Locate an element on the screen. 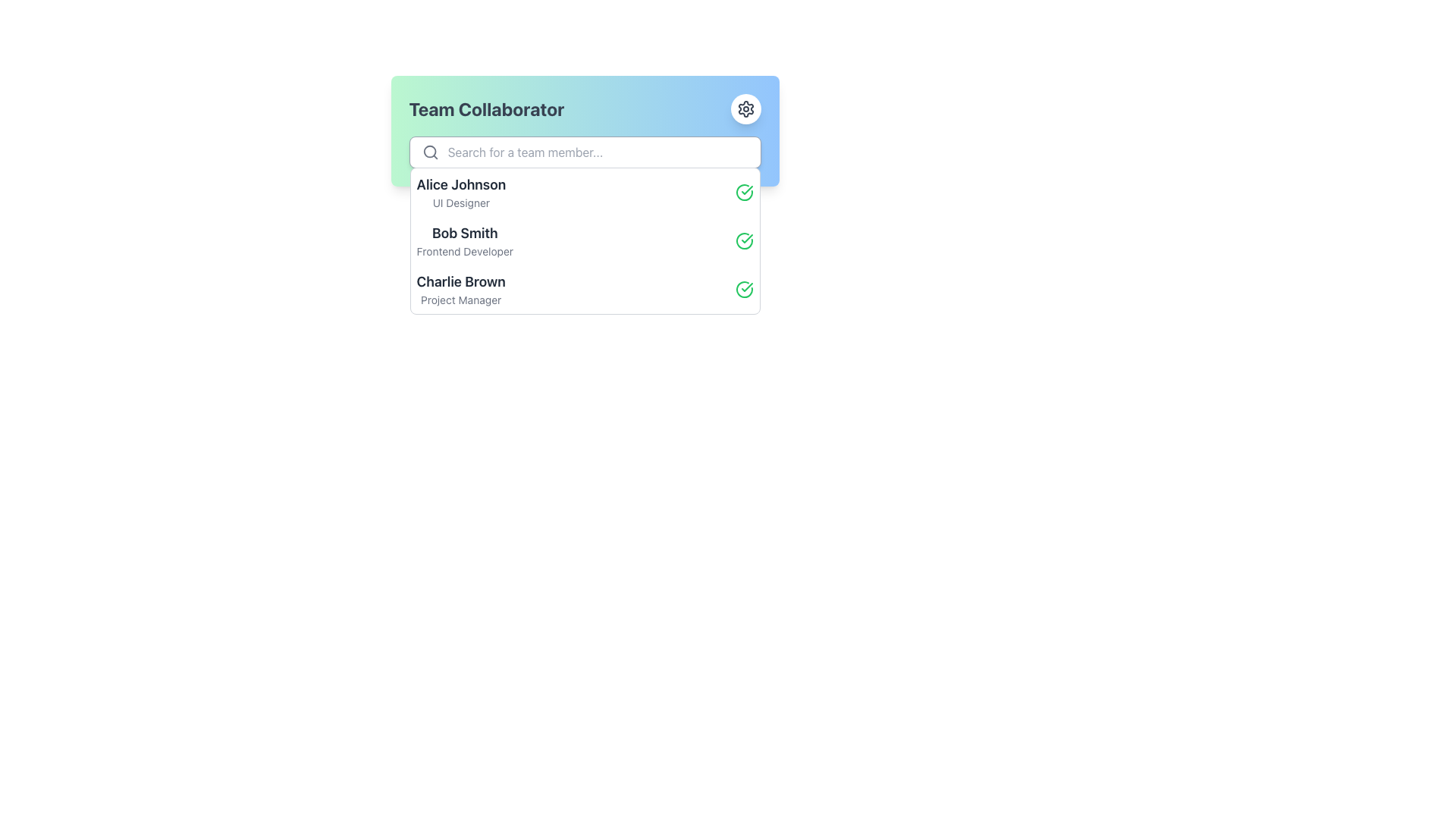 Image resolution: width=1456 pixels, height=819 pixels. the text label displaying the name 'Bob Smith' is located at coordinates (464, 234).